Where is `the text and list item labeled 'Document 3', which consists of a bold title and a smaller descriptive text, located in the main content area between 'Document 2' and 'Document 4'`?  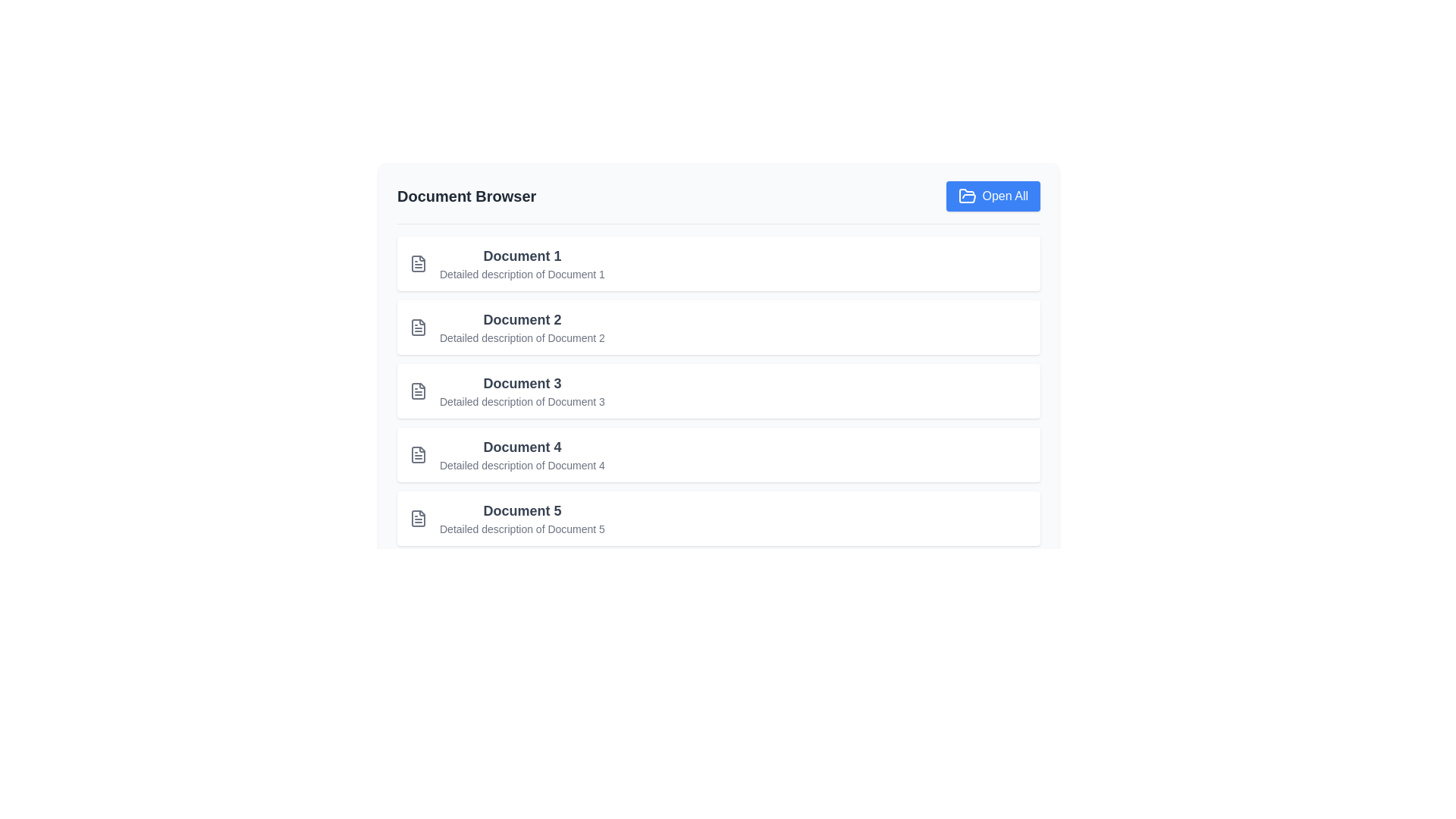 the text and list item labeled 'Document 3', which consists of a bold title and a smaller descriptive text, located in the main content area between 'Document 2' and 'Document 4' is located at coordinates (522, 391).